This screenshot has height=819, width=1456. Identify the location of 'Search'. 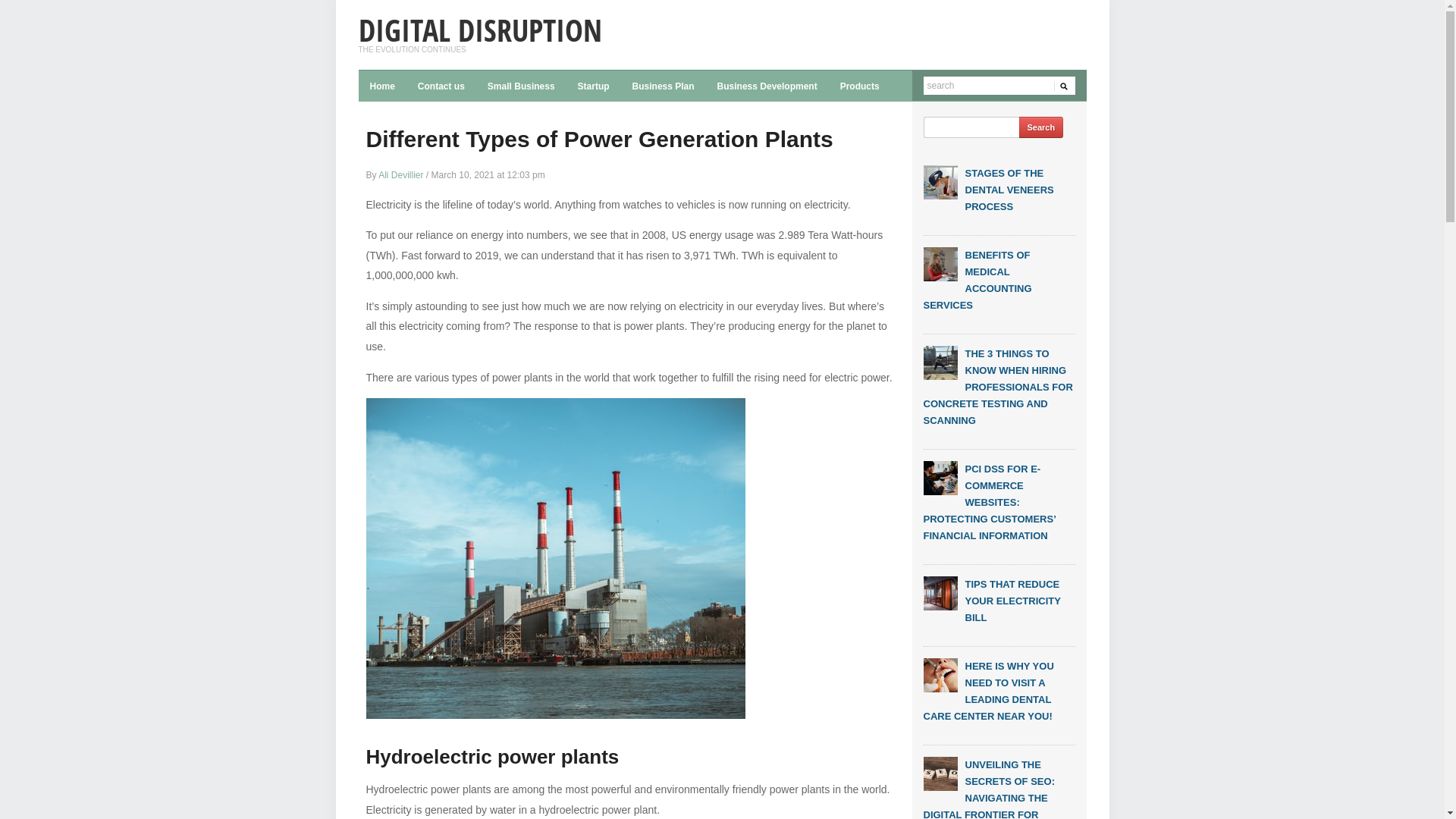
(1040, 127).